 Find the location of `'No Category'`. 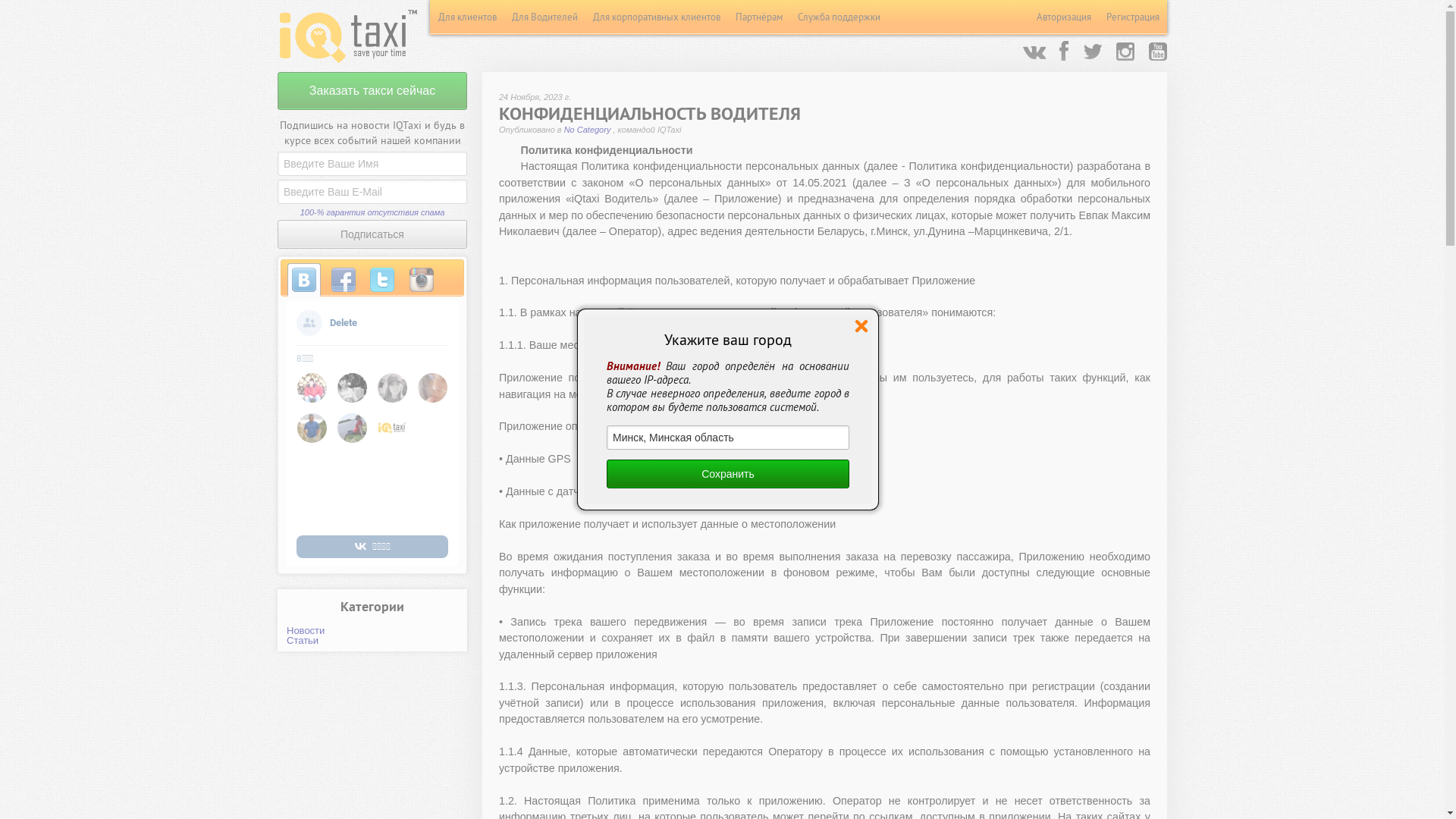

'No Category' is located at coordinates (588, 128).